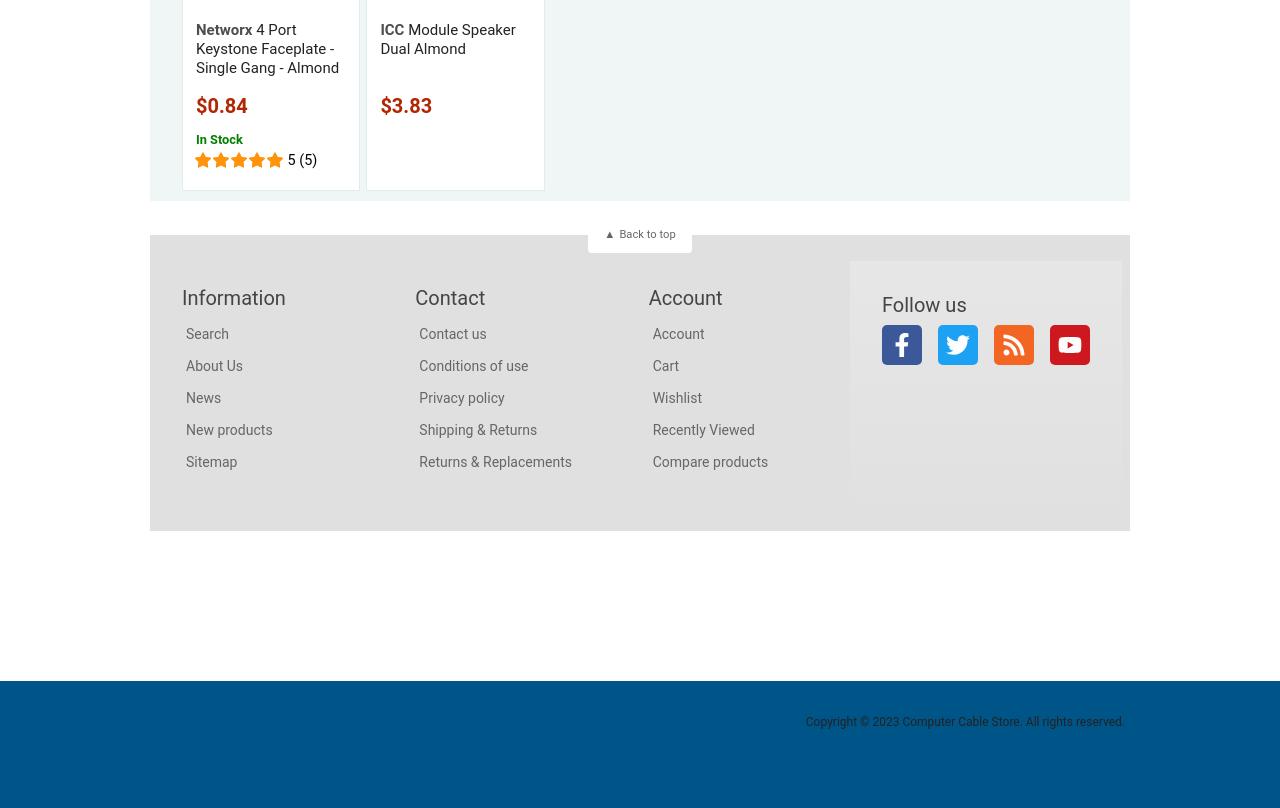  What do you see at coordinates (804, 719) in the screenshot?
I see `'Copyright © 2023 Computer Cable Store. All rights reserved.'` at bounding box center [804, 719].